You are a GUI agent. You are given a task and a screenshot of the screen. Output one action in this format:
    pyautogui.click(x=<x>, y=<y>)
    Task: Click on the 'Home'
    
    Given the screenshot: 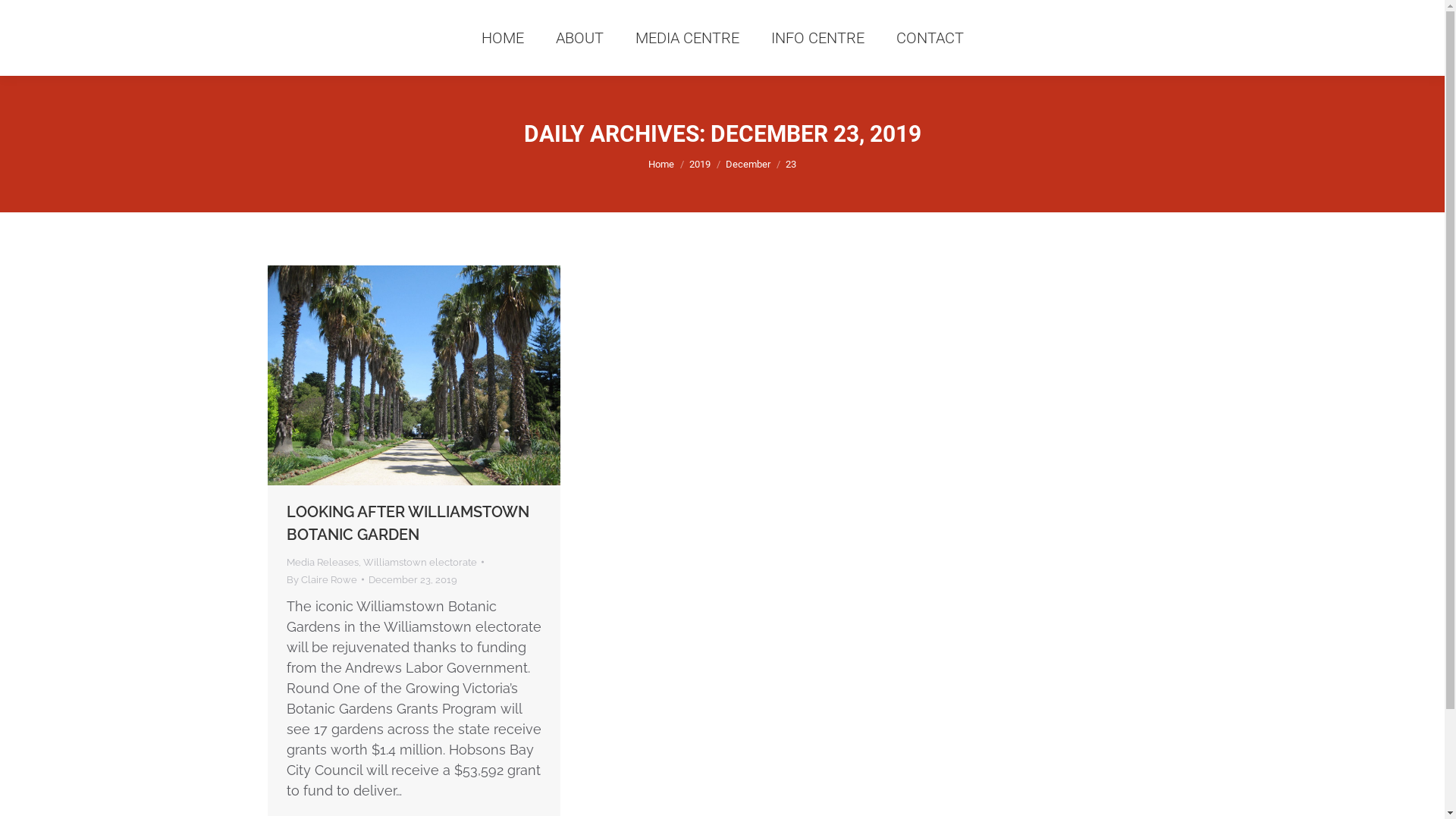 What is the action you would take?
    pyautogui.click(x=661, y=164)
    